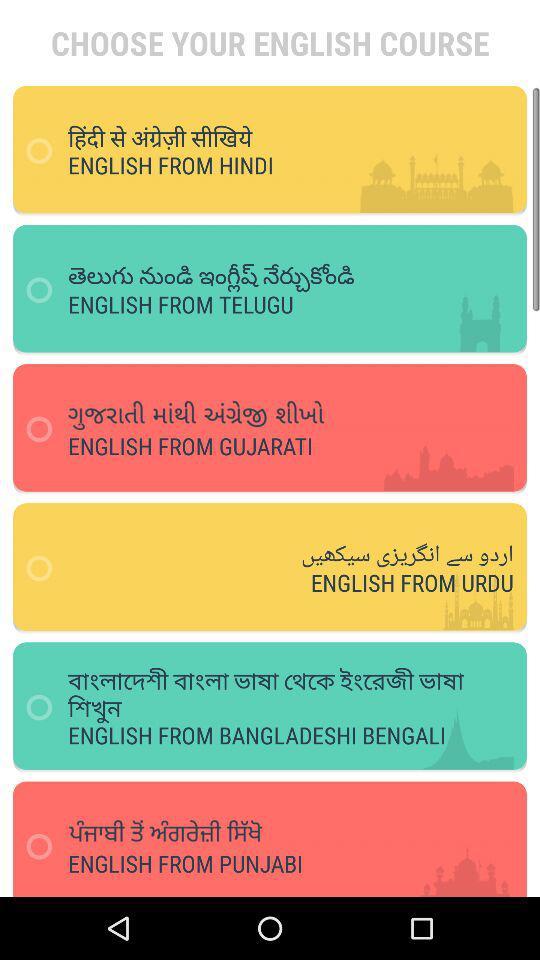  I want to click on radio button which is left of english from bangladeshi bengali, so click(46, 708).